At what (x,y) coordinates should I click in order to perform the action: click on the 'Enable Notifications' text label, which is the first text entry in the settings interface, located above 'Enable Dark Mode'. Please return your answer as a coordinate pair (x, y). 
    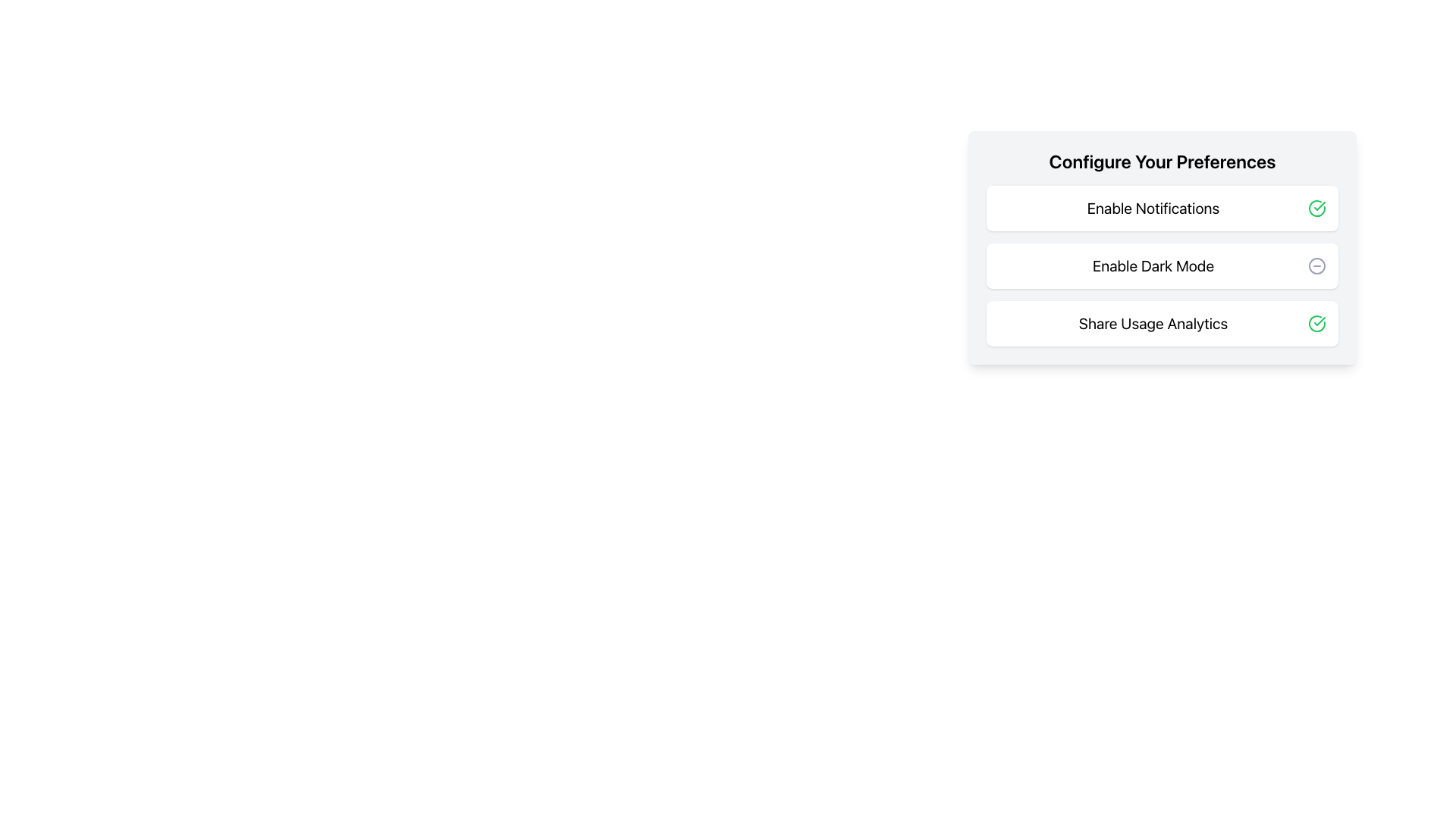
    Looking at the image, I should click on (1153, 208).